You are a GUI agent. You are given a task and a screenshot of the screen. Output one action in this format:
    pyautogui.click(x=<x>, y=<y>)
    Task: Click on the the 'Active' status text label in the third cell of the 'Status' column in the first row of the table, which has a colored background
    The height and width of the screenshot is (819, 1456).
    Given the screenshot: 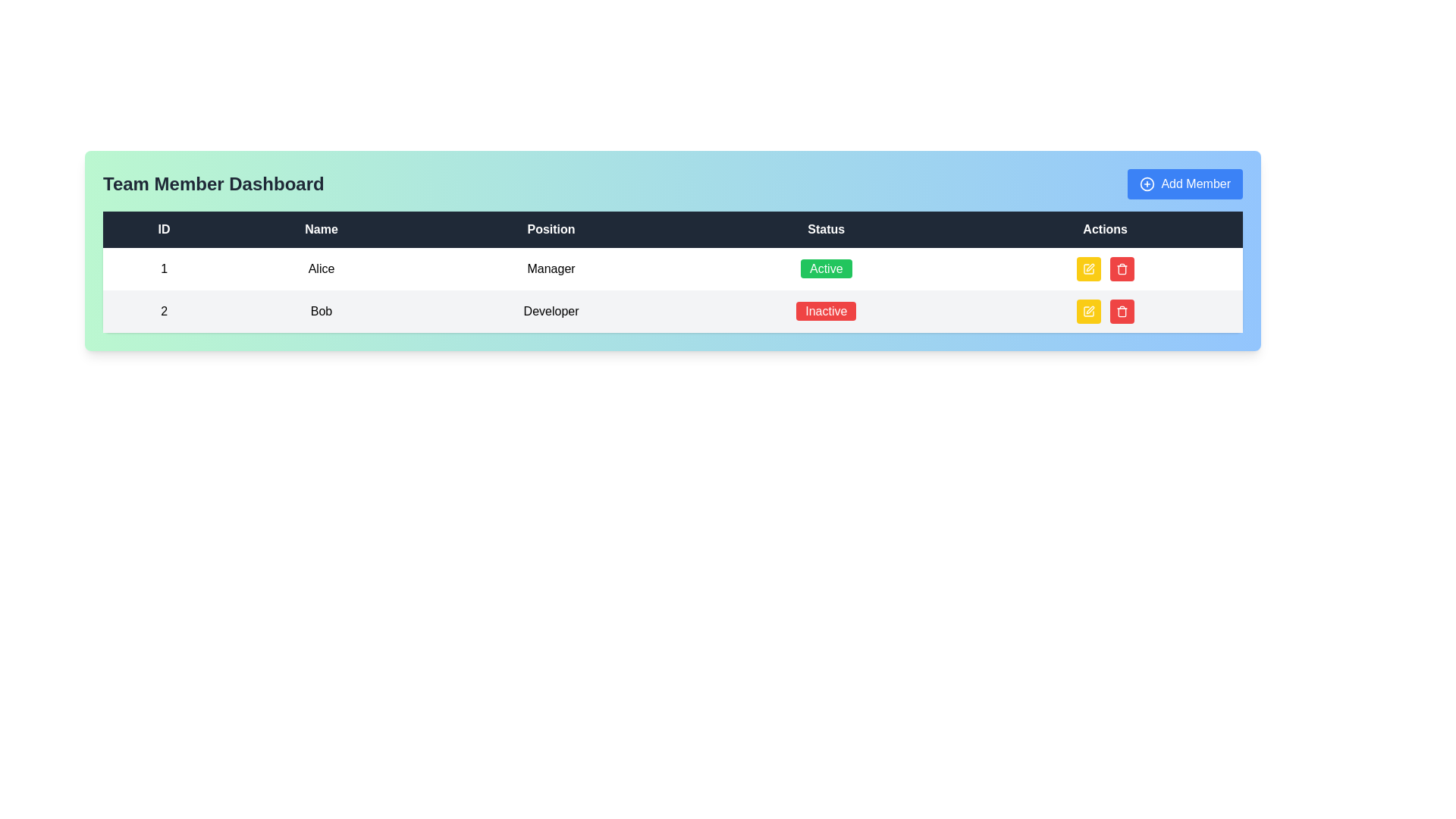 What is the action you would take?
    pyautogui.click(x=825, y=268)
    